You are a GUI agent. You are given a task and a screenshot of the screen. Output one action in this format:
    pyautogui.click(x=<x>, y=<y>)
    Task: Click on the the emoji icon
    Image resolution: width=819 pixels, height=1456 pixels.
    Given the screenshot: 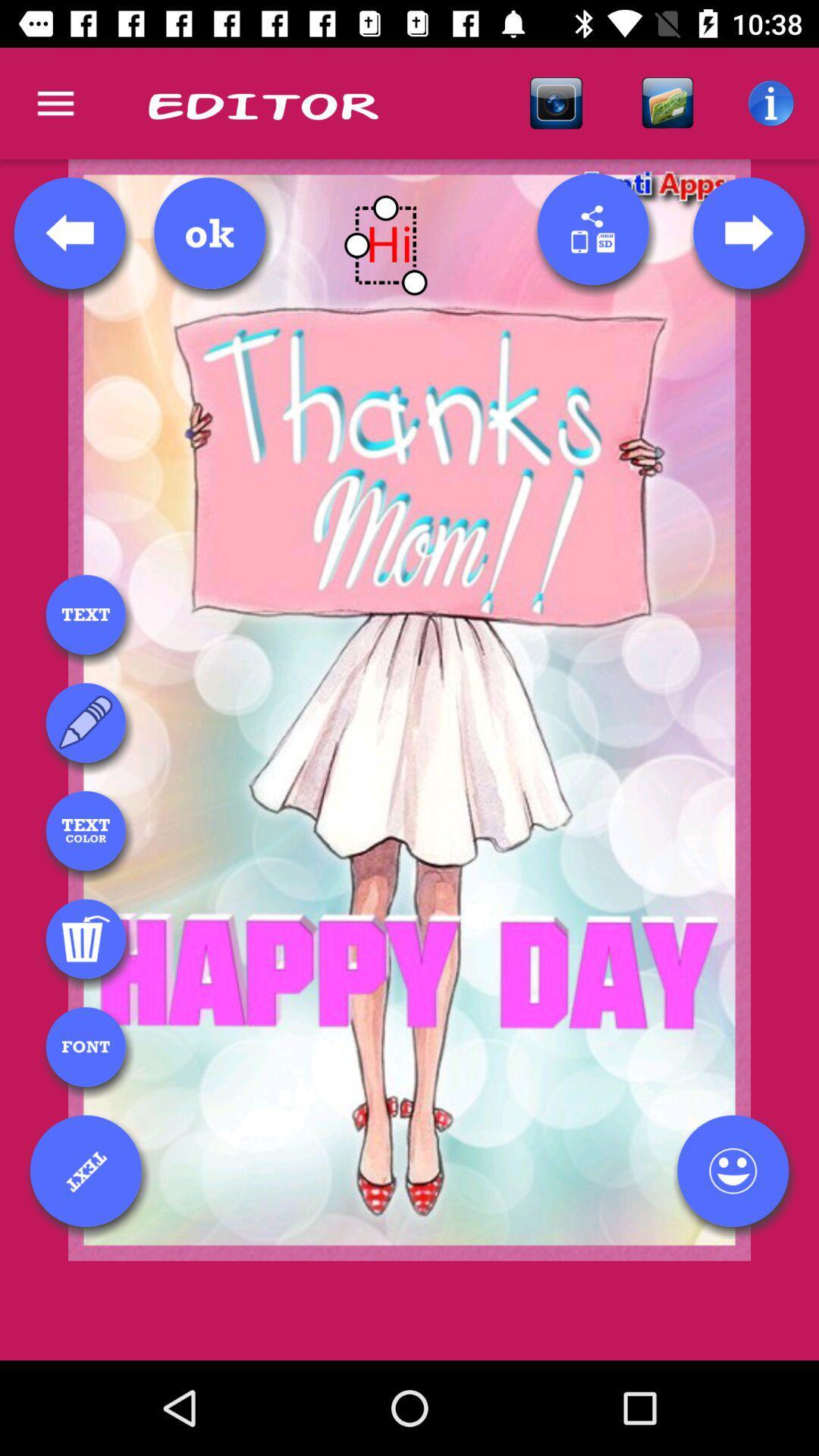 What is the action you would take?
    pyautogui.click(x=732, y=1170)
    